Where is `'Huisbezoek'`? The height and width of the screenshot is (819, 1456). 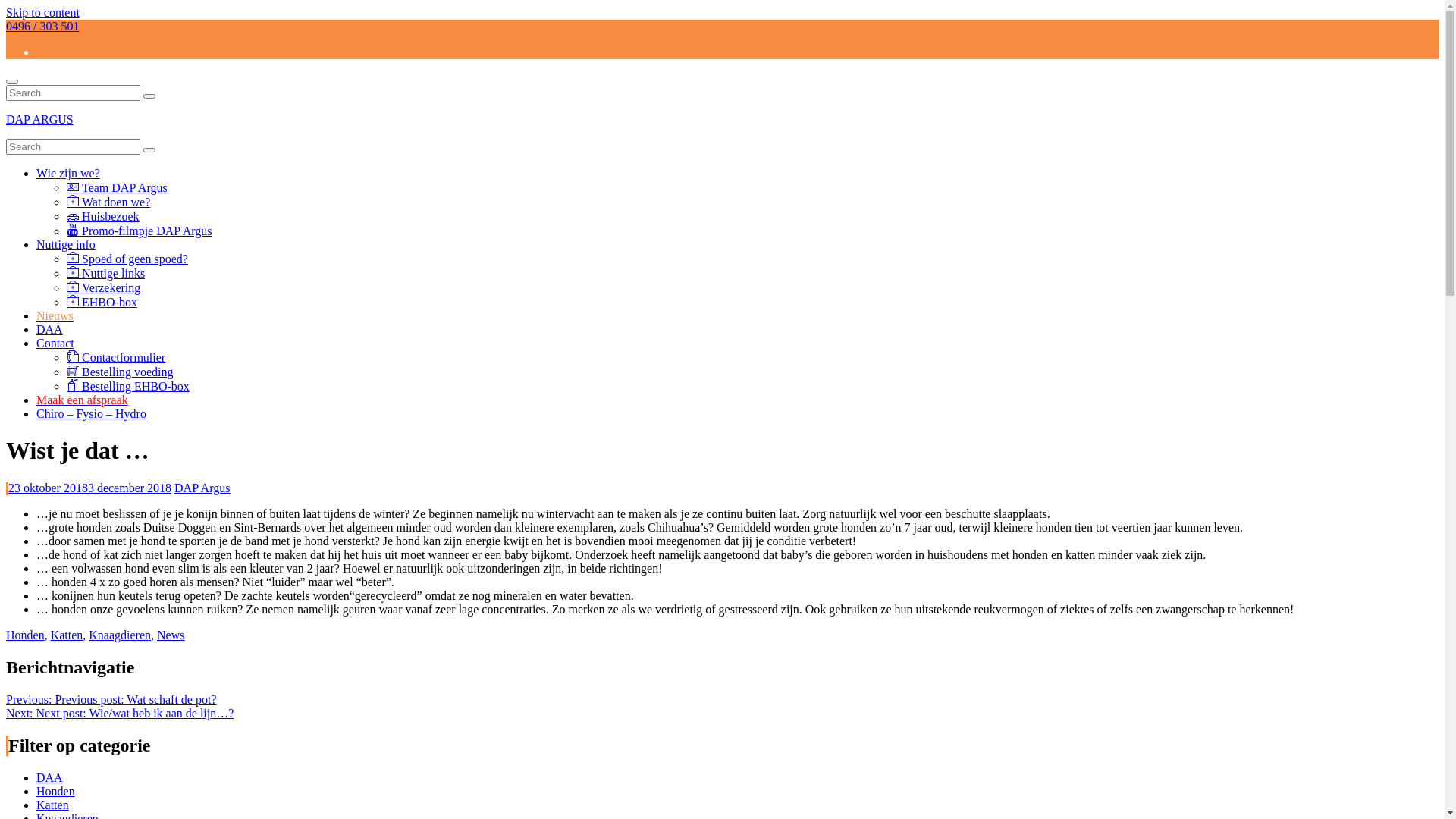 'Huisbezoek' is located at coordinates (65, 216).